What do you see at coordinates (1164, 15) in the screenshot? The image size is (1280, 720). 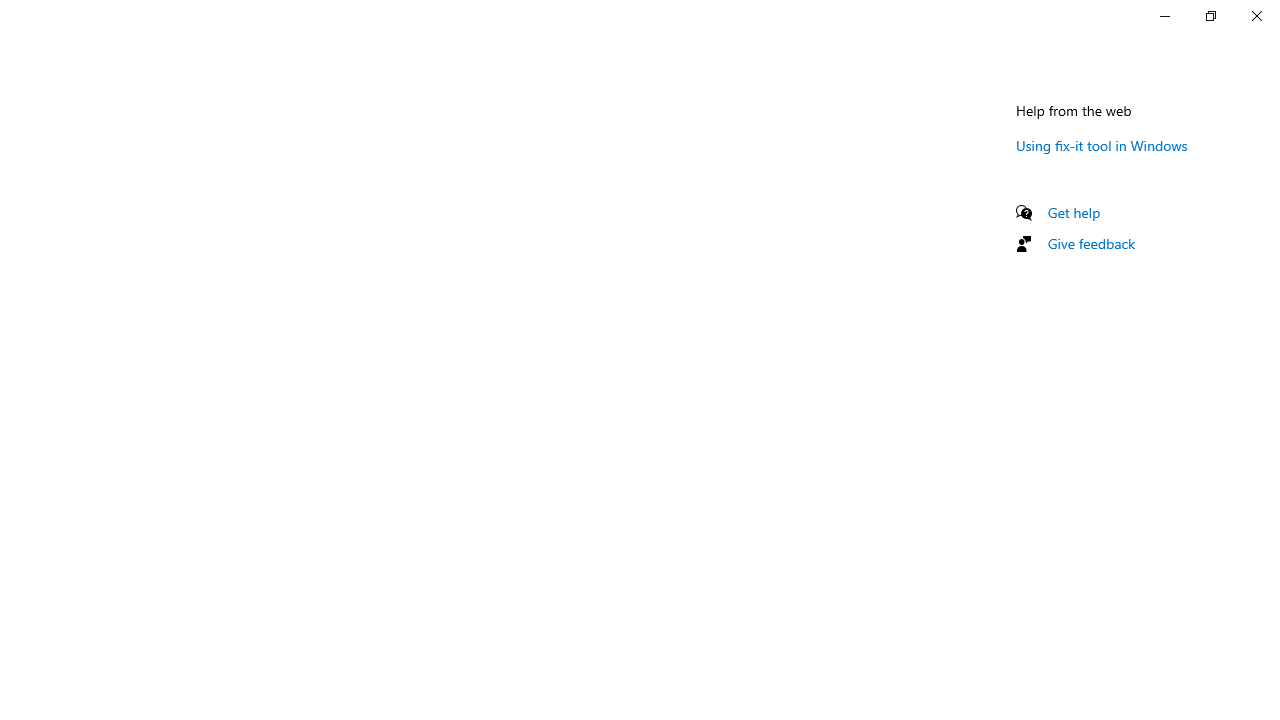 I see `'Minimize Settings'` at bounding box center [1164, 15].